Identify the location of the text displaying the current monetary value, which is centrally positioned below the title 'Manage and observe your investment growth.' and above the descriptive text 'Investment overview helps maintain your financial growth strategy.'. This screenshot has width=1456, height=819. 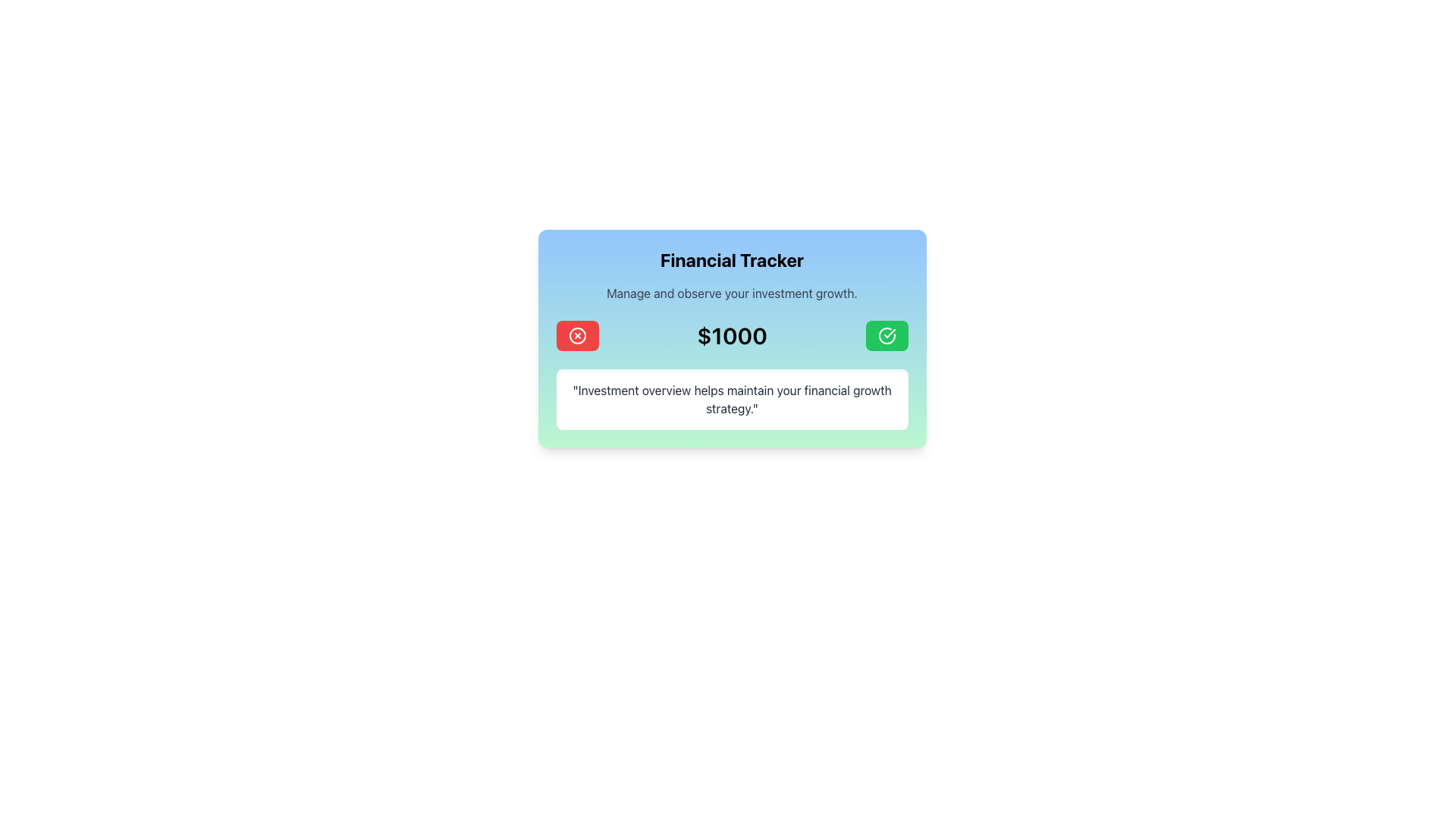
(732, 335).